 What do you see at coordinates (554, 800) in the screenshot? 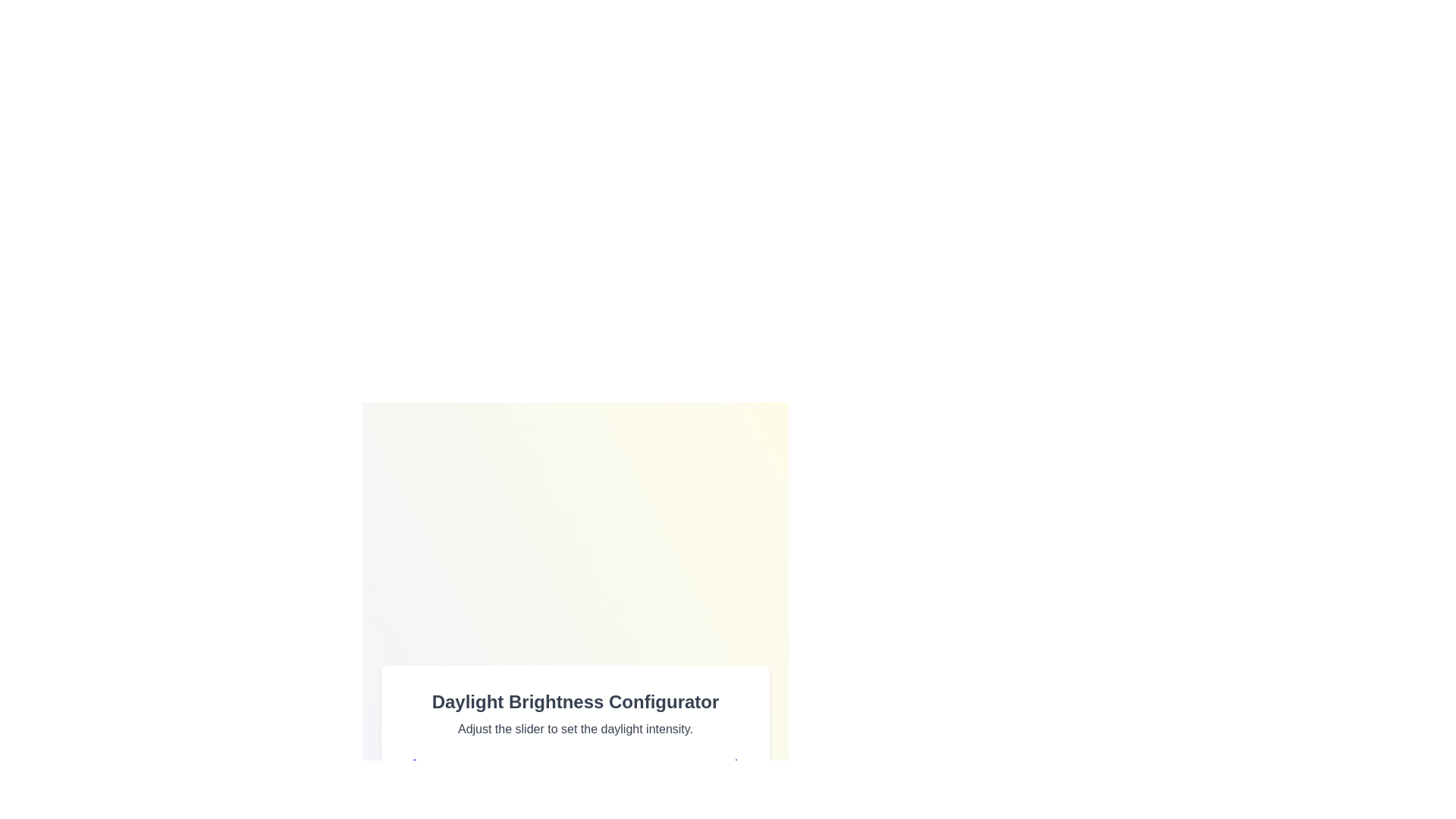
I see `the brightness slider to set the daylight intensity to 44%` at bounding box center [554, 800].